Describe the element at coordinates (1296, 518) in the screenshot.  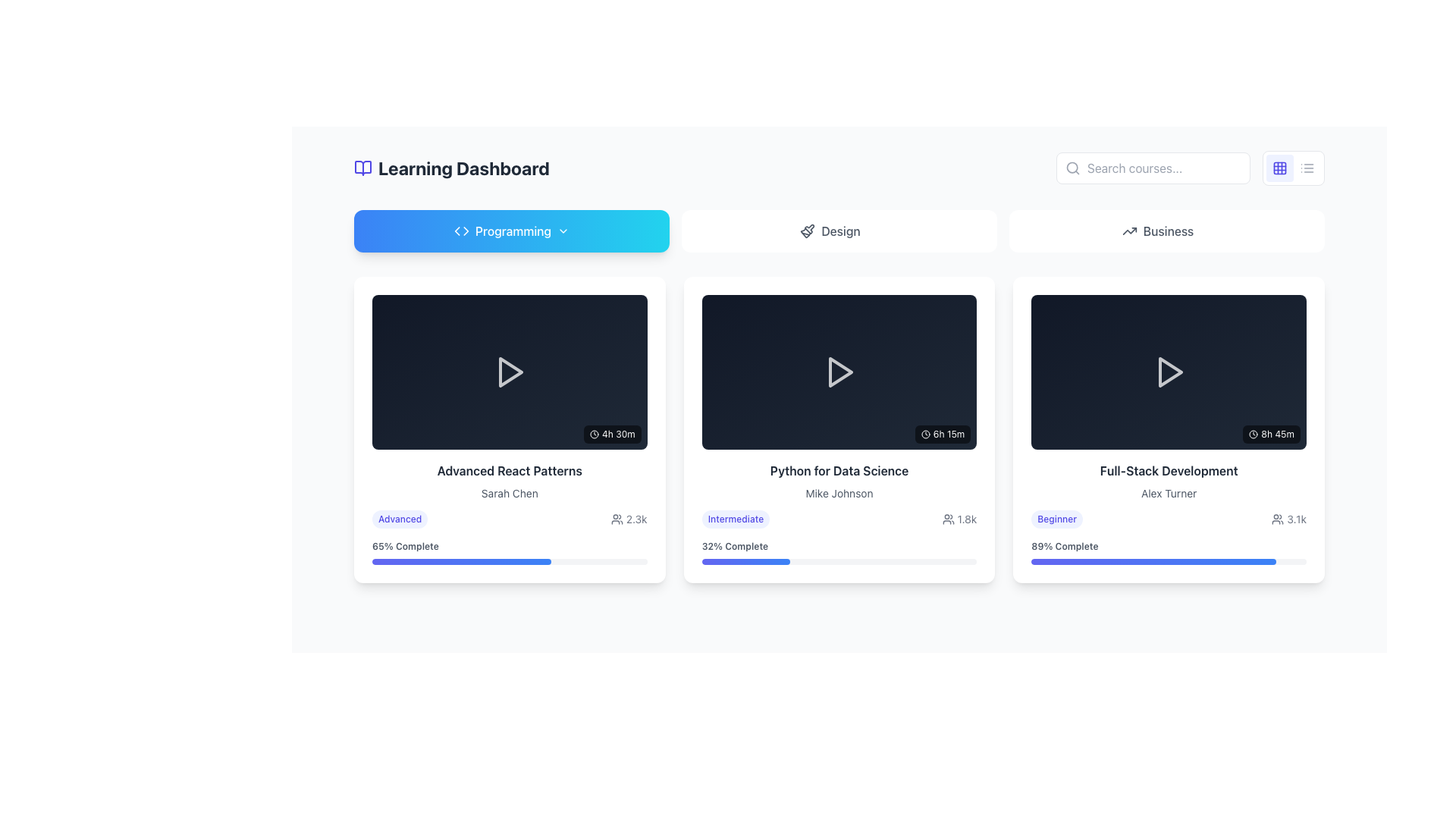
I see `text label displaying the number of users interested in the Full-Stack Development course, which is located to the immediate right of the user icon in the last card of the Programming section` at that location.